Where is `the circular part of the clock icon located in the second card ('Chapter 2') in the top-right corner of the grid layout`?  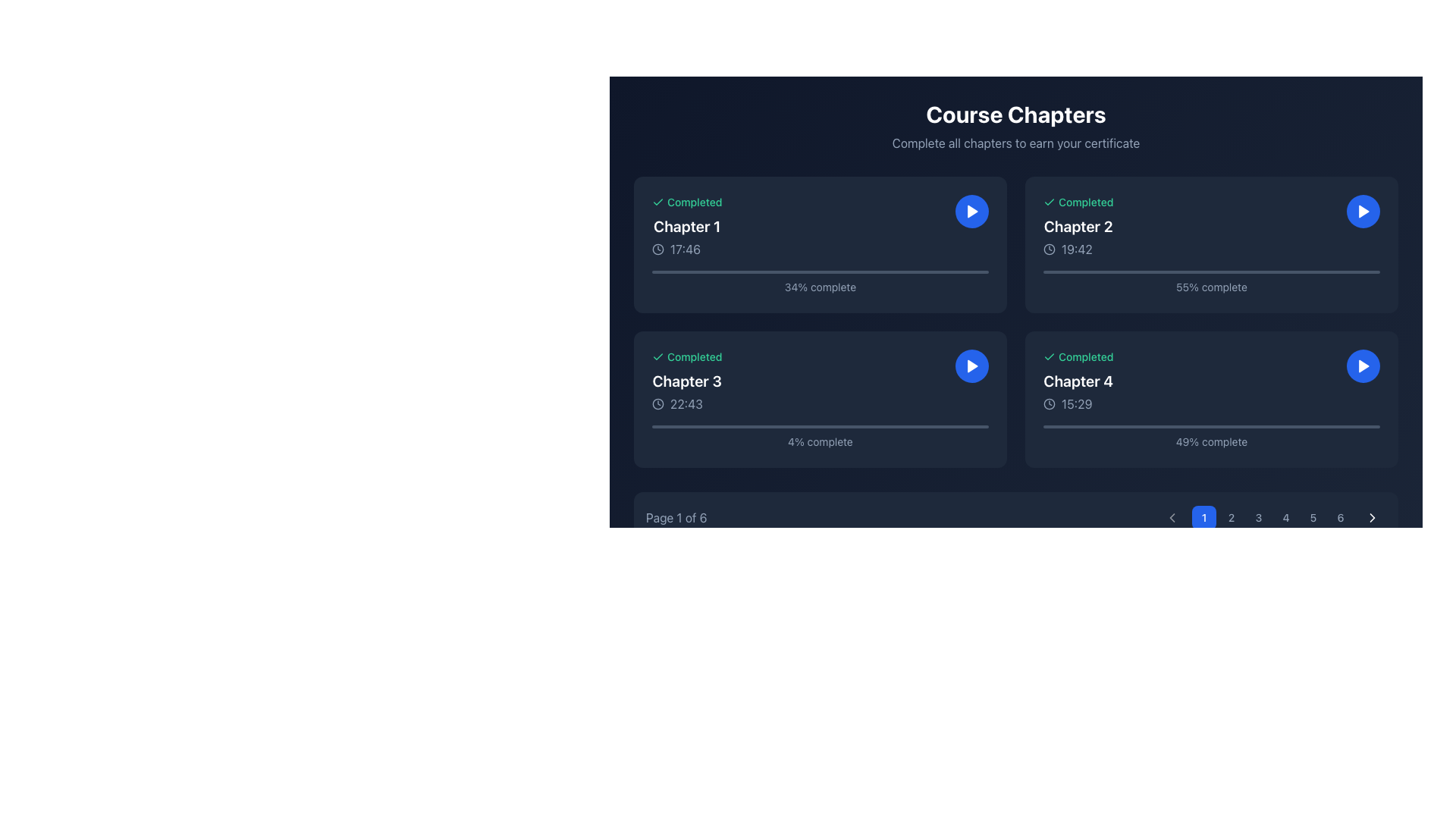 the circular part of the clock icon located in the second card ('Chapter 2') in the top-right corner of the grid layout is located at coordinates (1048, 248).